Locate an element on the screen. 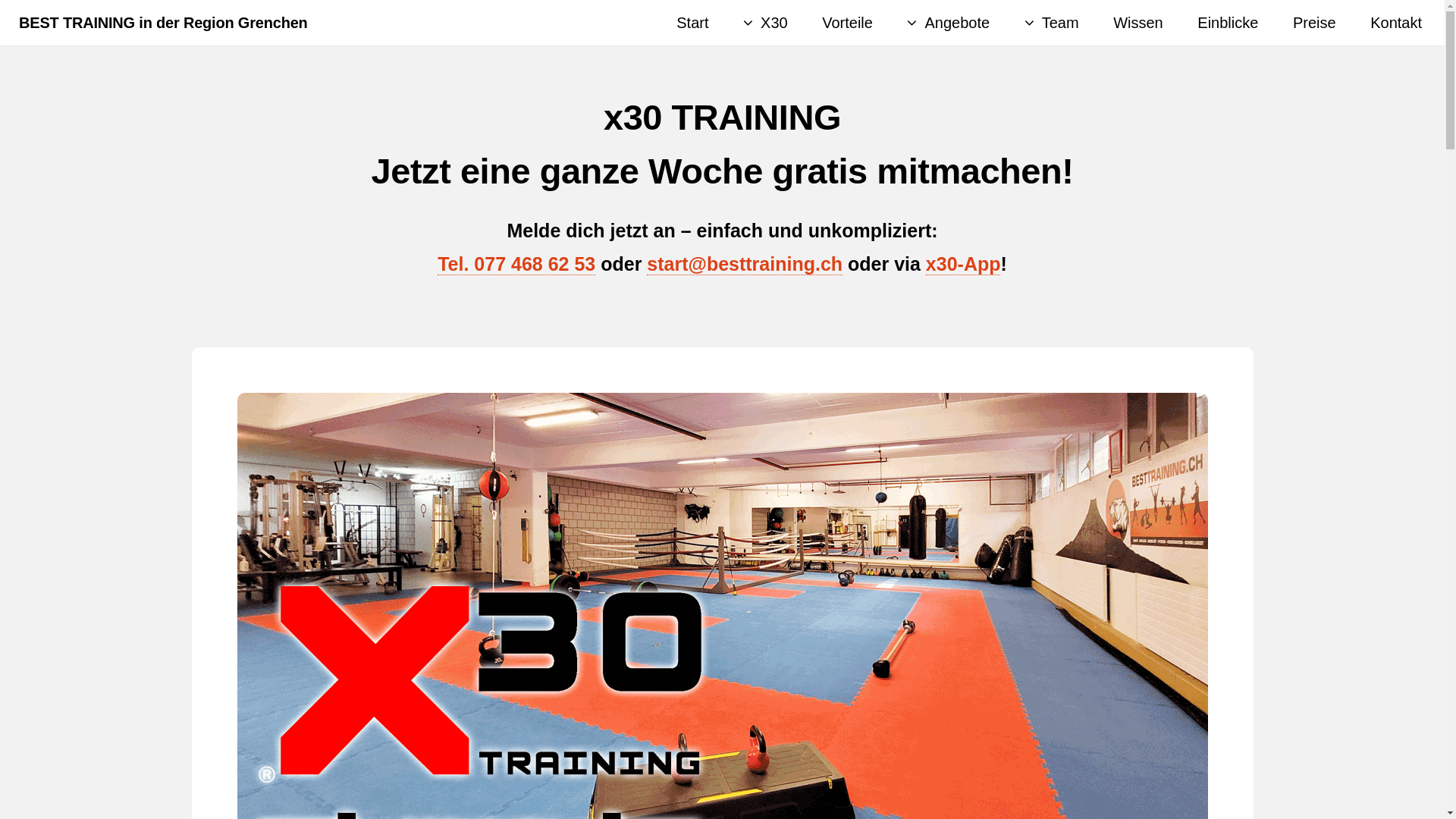 Image resolution: width=1456 pixels, height=819 pixels. 'Start' is located at coordinates (691, 23).